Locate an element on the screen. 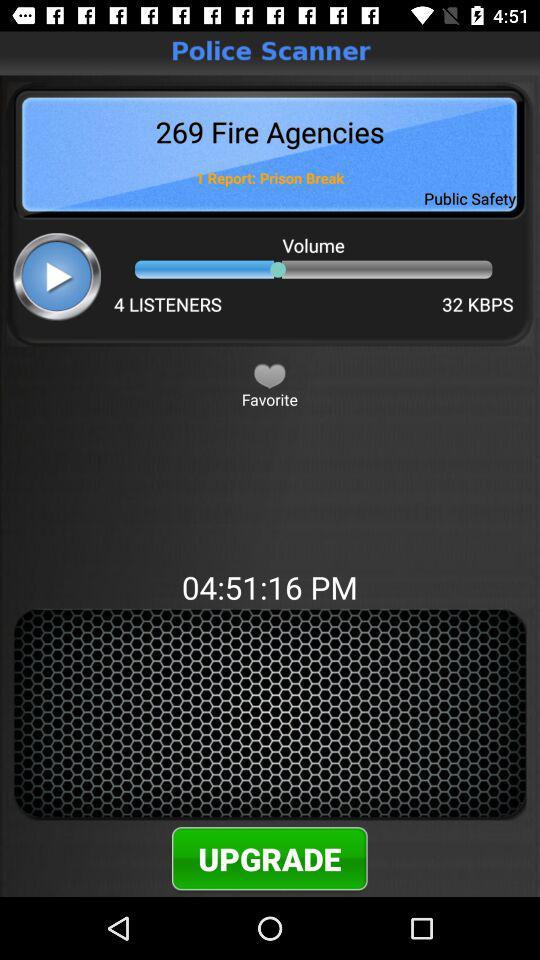 This screenshot has height=960, width=540. the app above the favorite item is located at coordinates (269, 374).